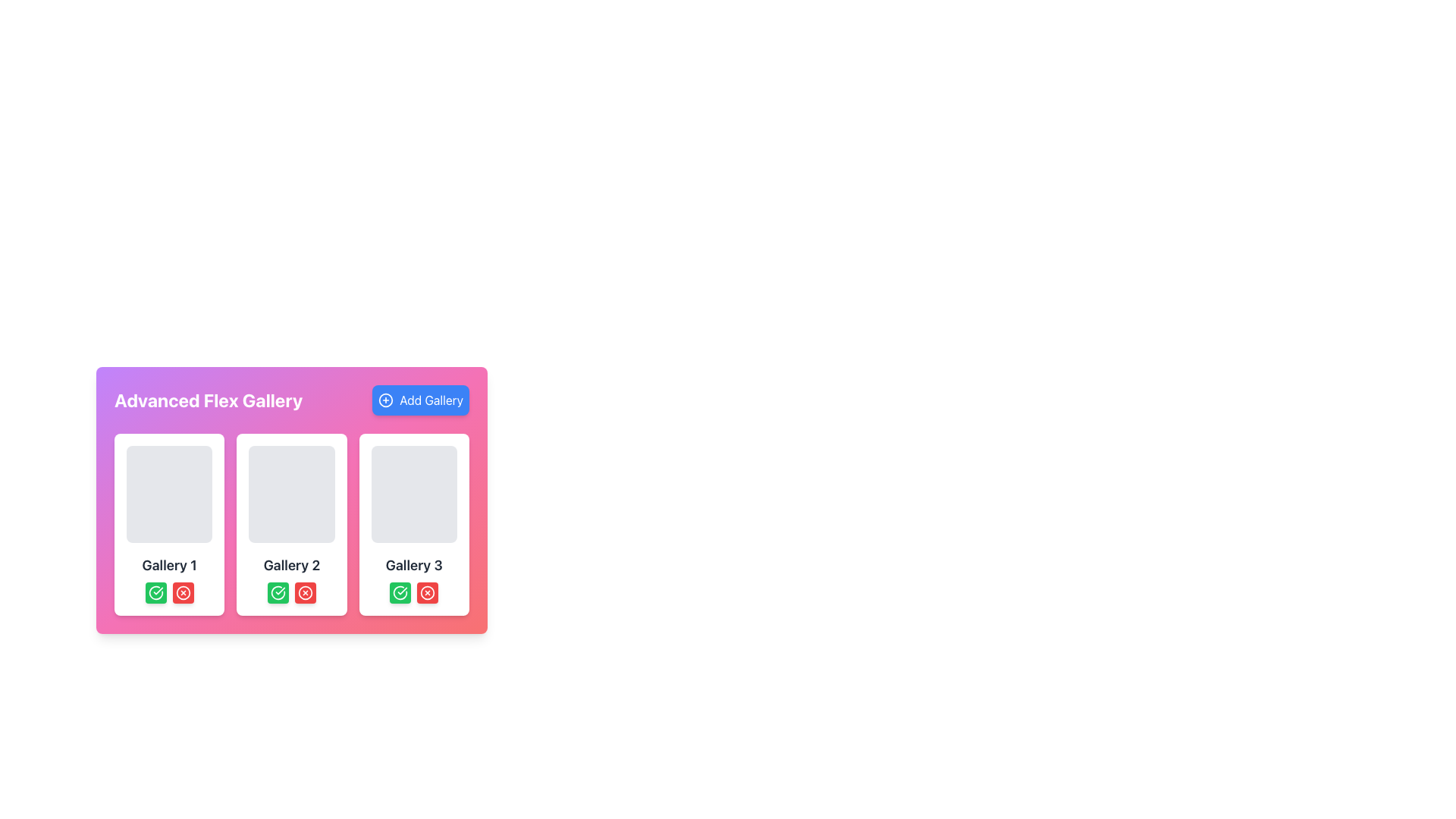 This screenshot has width=1456, height=819. I want to click on the group of two buttons styled as a clickable button cluster, with the left button being green with a check icon and the right button being red with a cross icon, located under the 'Gallery 1' heading in the 'Advanced Flex Gallery', so click(169, 592).